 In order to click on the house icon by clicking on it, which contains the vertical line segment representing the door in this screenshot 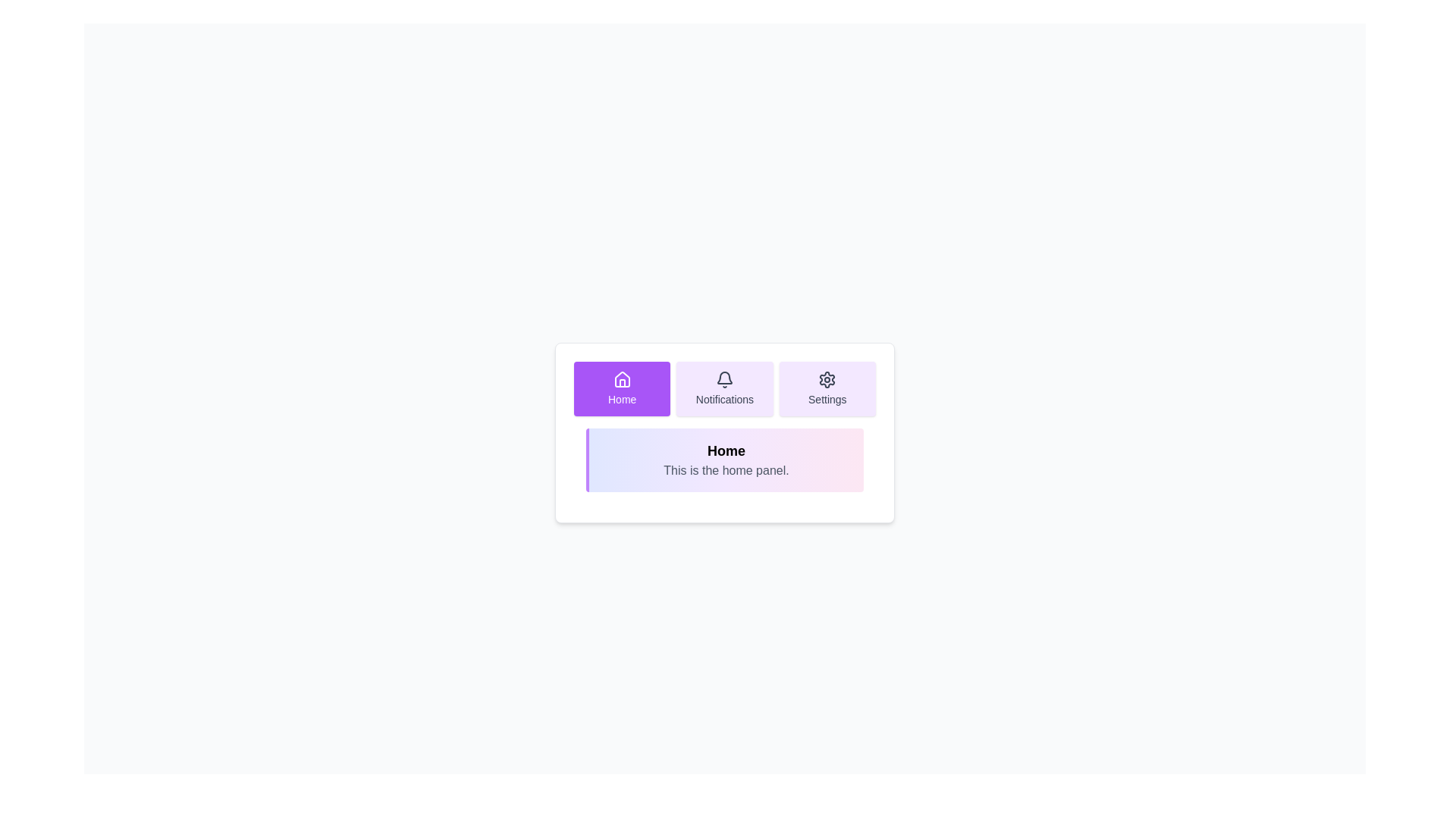, I will do `click(622, 382)`.